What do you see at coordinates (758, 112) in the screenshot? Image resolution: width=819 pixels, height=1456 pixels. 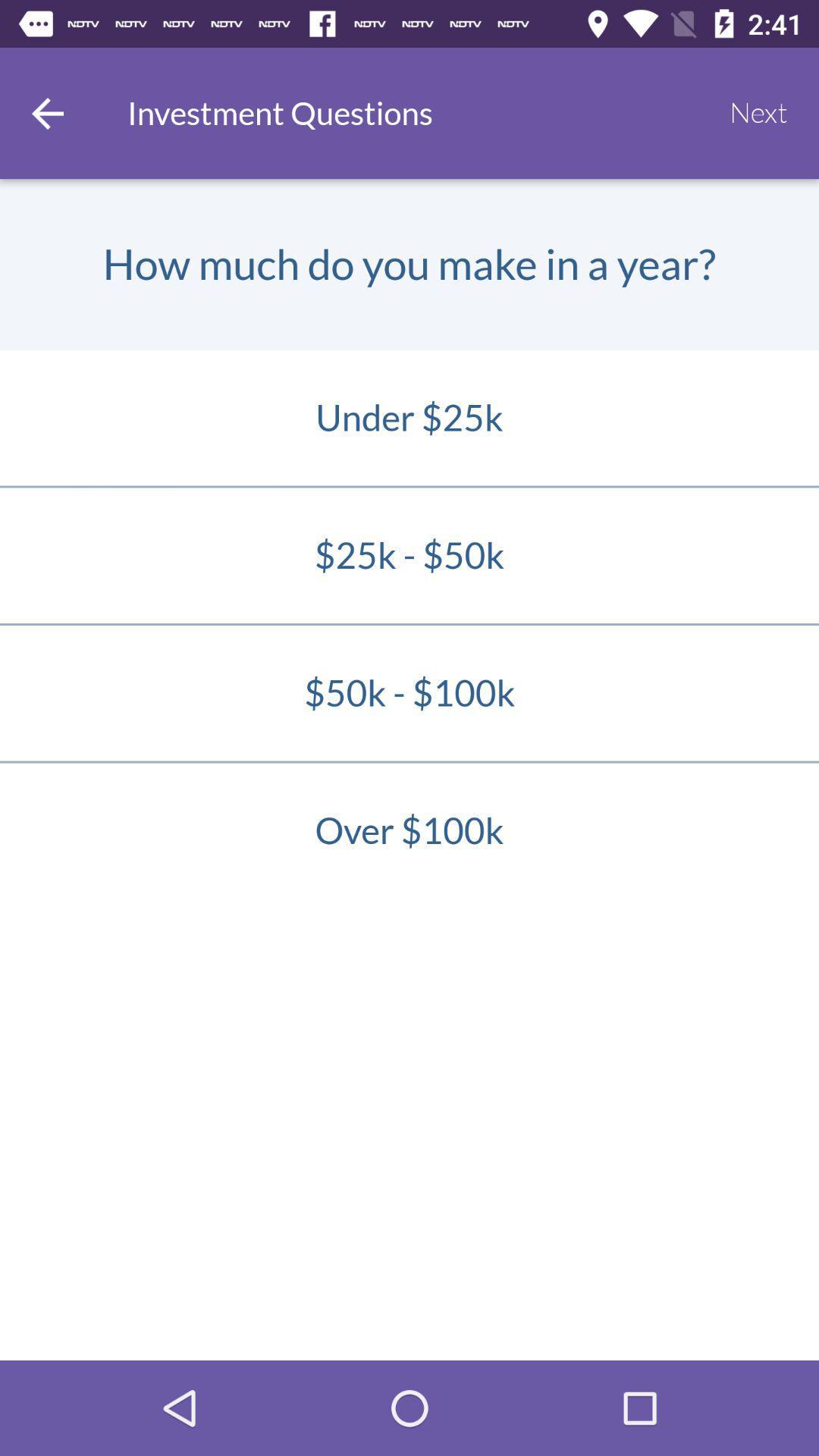 I see `the icon at the top right corner` at bounding box center [758, 112].